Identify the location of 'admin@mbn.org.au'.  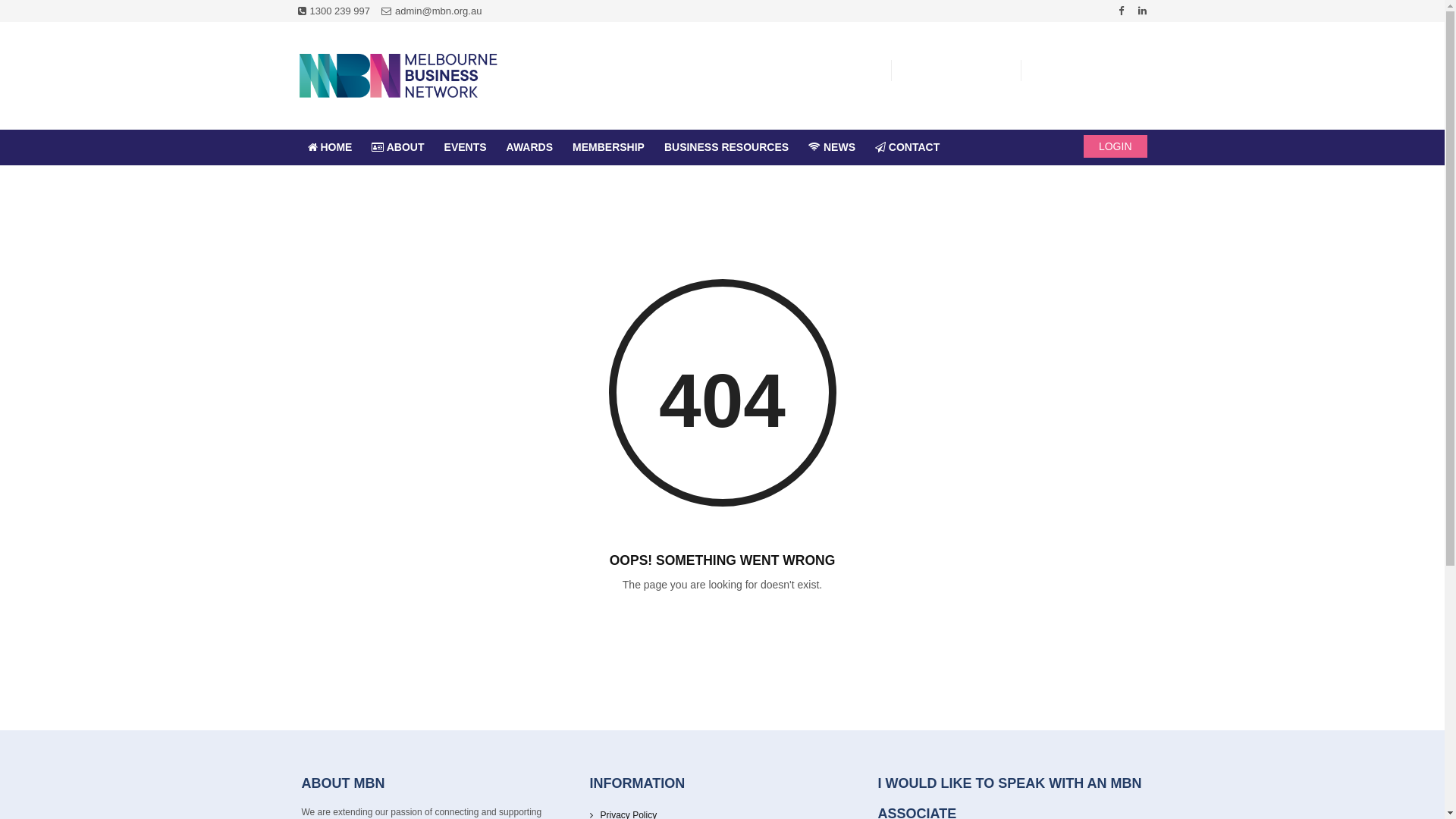
(431, 11).